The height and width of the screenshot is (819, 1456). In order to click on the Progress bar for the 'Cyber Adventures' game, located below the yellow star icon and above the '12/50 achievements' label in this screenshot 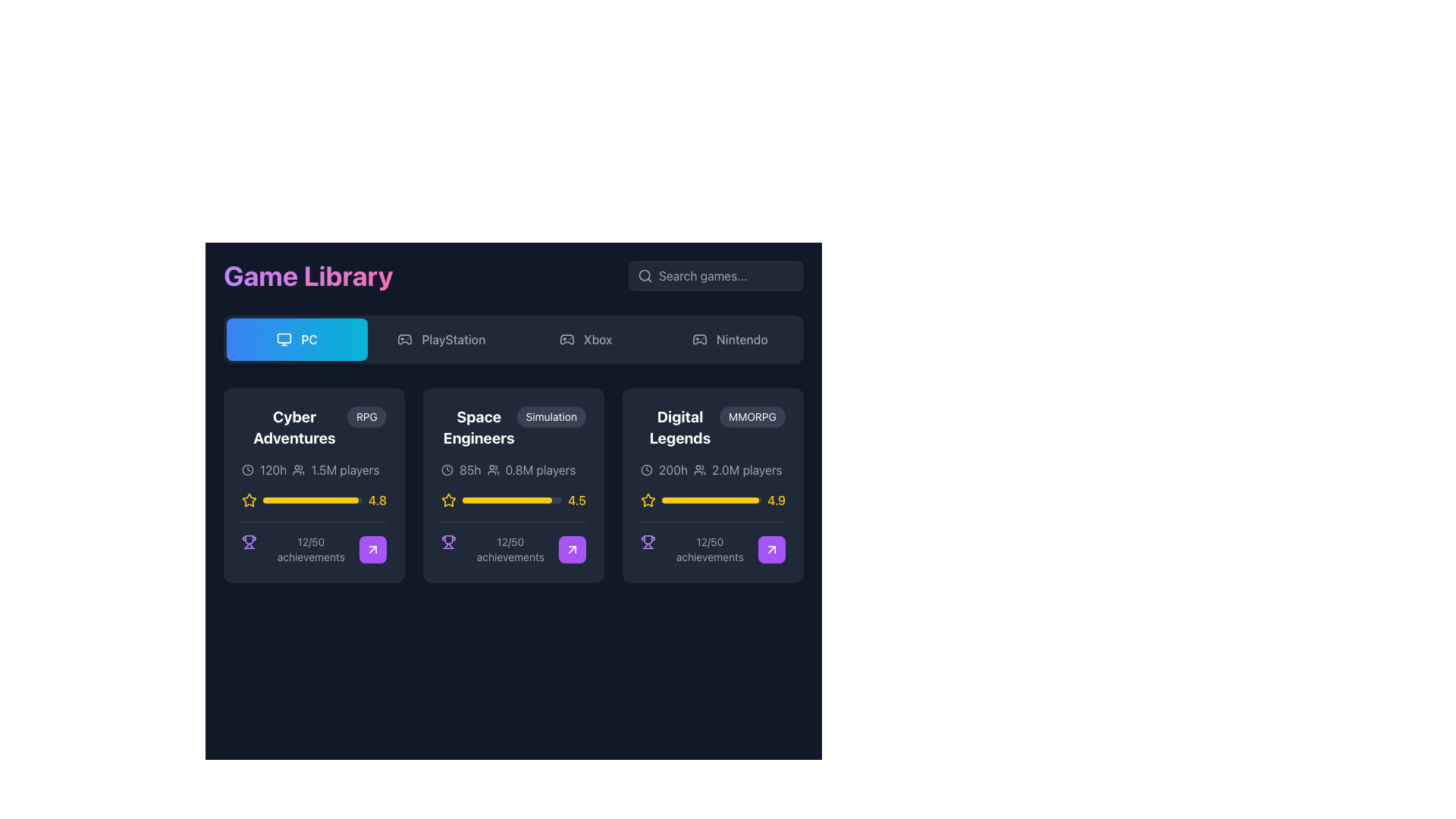, I will do `click(309, 500)`.